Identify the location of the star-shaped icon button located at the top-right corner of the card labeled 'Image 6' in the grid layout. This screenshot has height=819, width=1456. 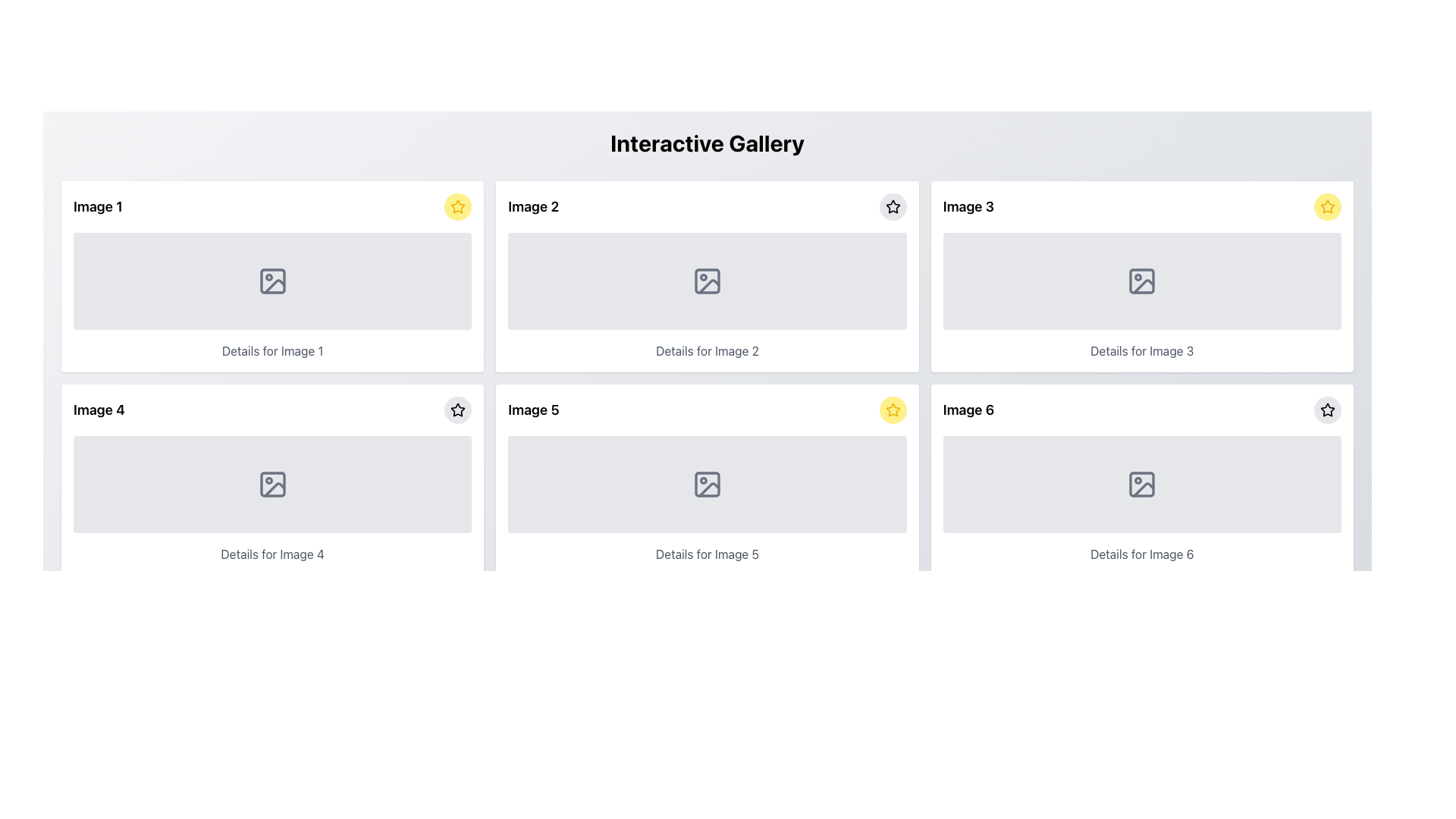
(1327, 409).